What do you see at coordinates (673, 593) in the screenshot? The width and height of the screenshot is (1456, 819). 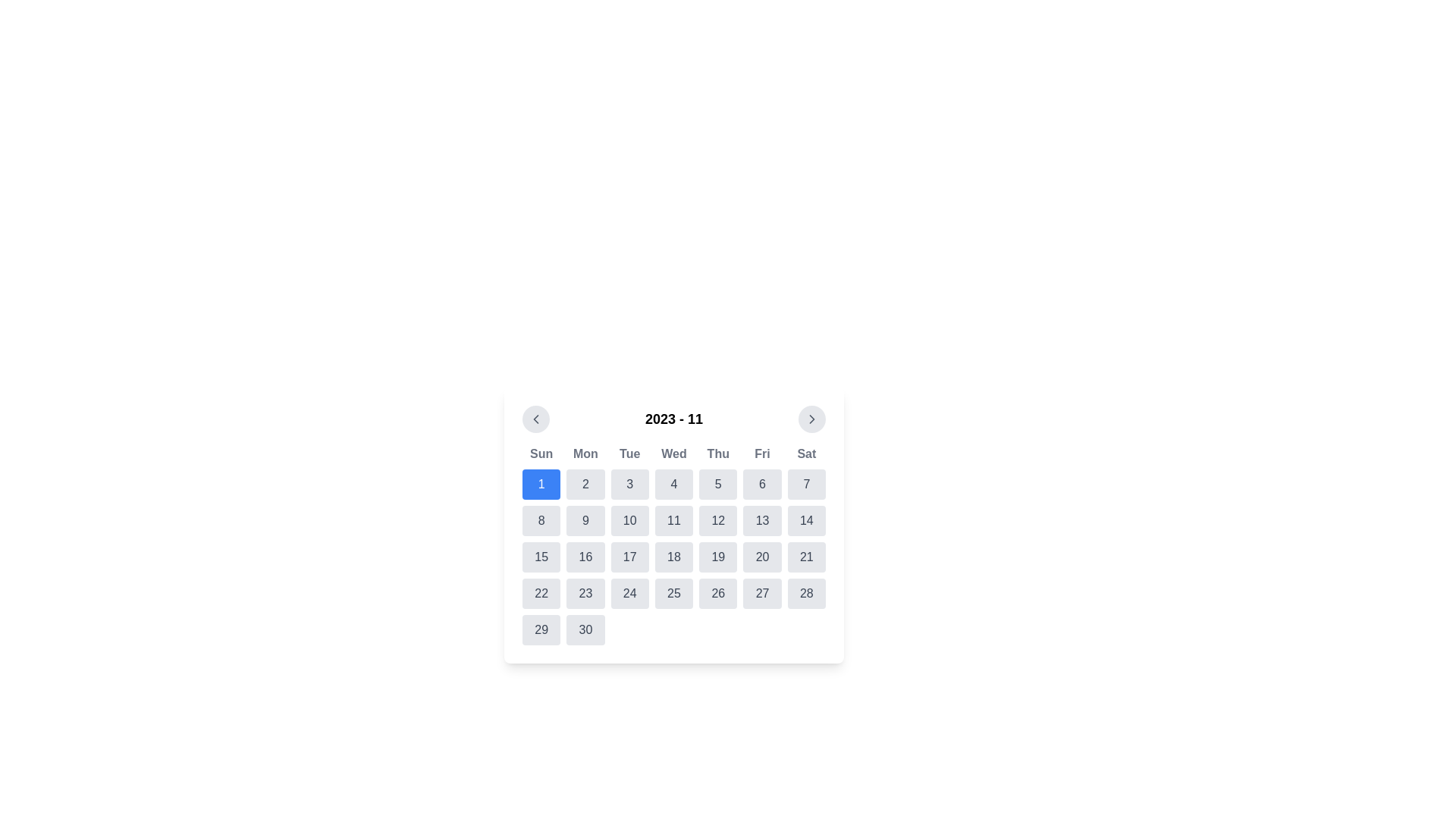 I see `the rounded rectangular button with a light gray background displaying the number '25'` at bounding box center [673, 593].